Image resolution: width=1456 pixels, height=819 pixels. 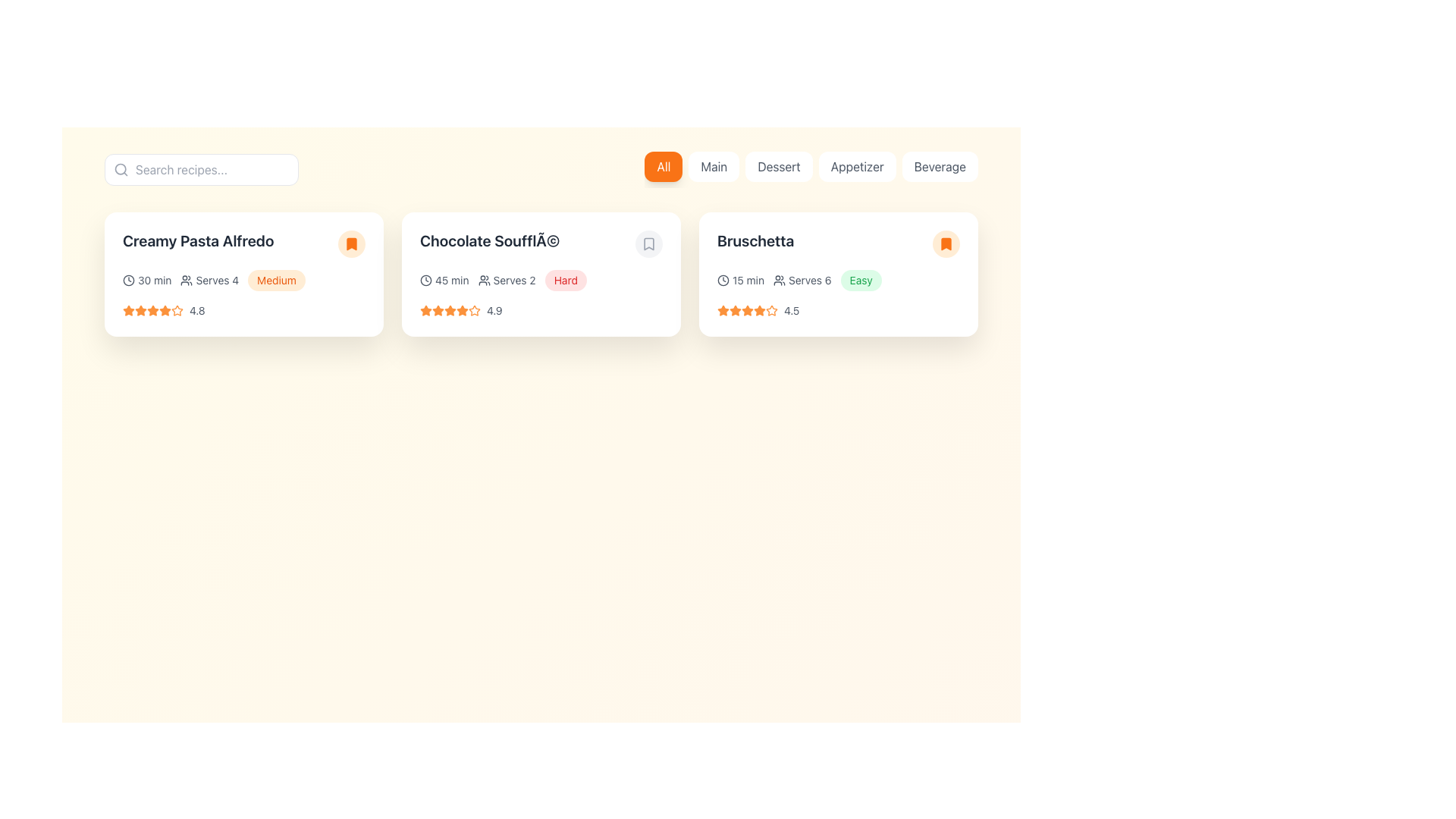 What do you see at coordinates (791, 309) in the screenshot?
I see `the text display that shows the numerical rating for the 'Bruschetta' recipe, located to the right of the star-based rating indicator` at bounding box center [791, 309].